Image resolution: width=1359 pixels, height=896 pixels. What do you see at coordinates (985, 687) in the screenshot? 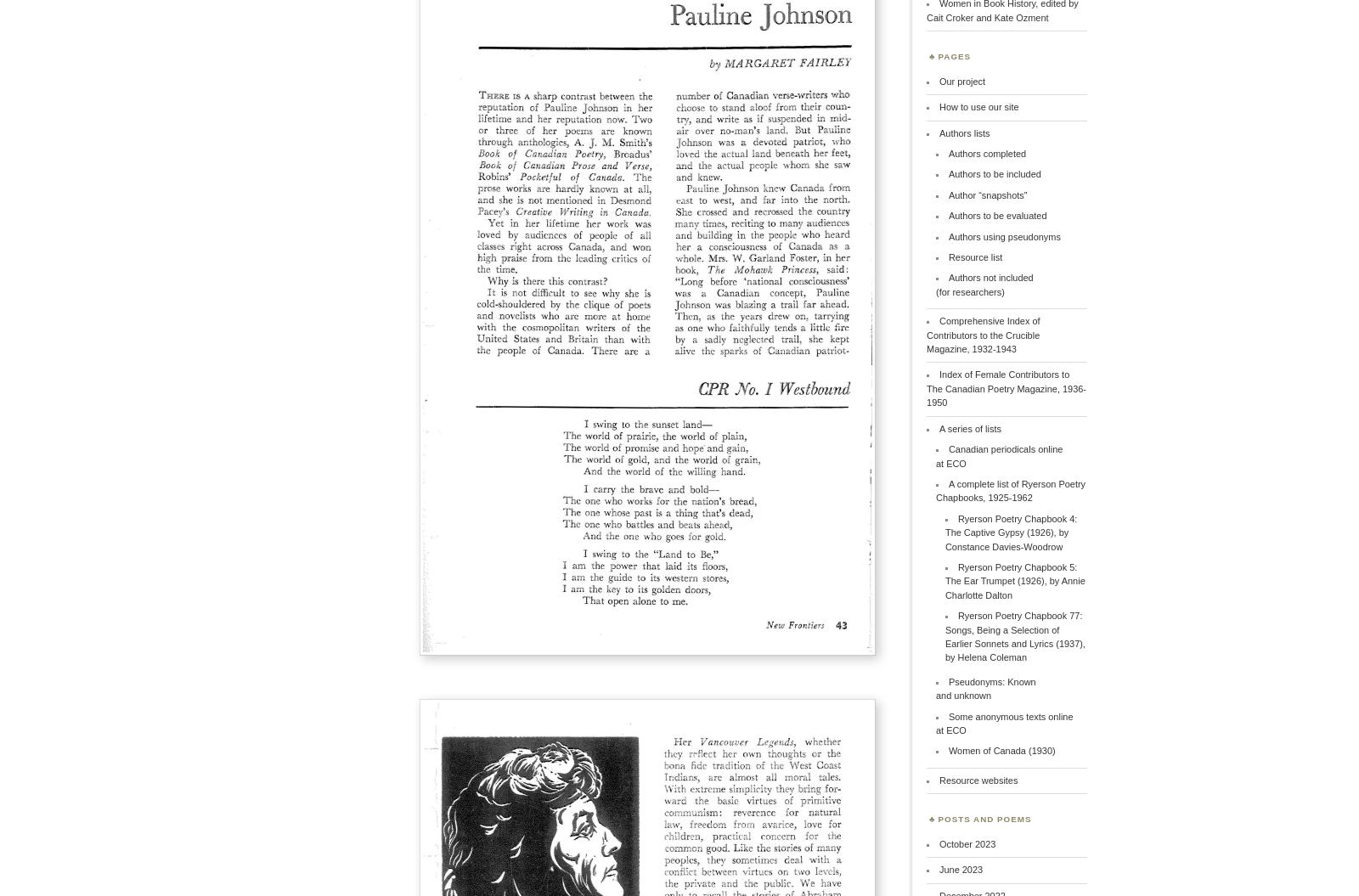
I see `'Pseudonyms: Known and unknown'` at bounding box center [985, 687].